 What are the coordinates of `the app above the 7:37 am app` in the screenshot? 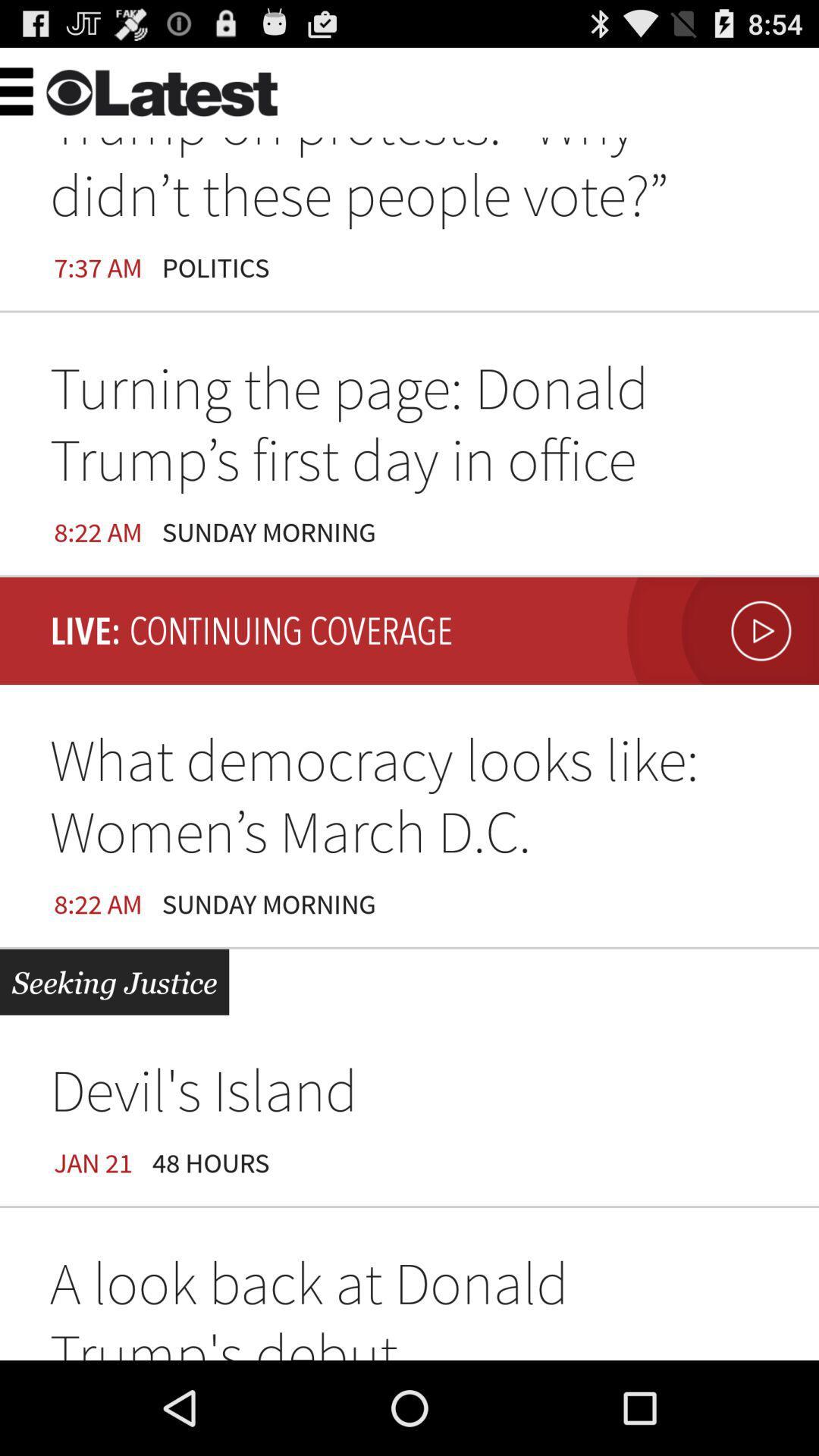 It's located at (288, 86).